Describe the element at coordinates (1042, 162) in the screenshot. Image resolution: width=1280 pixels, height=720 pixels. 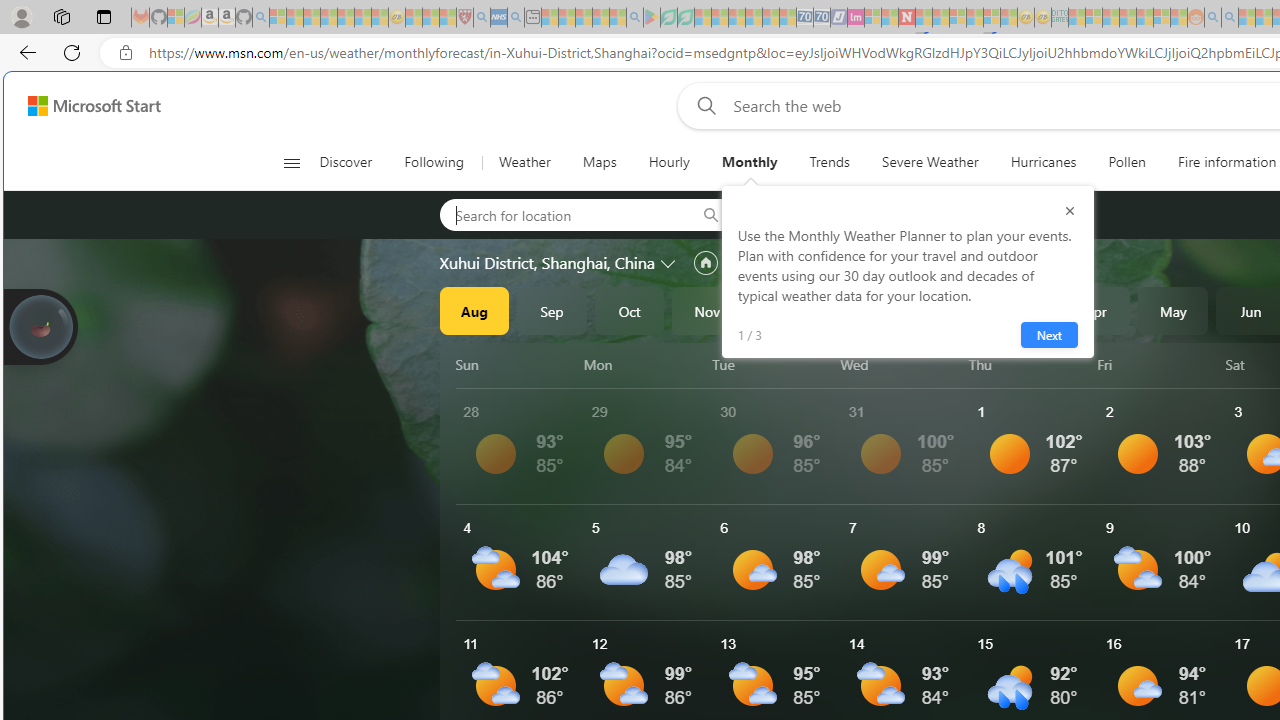
I see `'Hurricanes'` at that location.